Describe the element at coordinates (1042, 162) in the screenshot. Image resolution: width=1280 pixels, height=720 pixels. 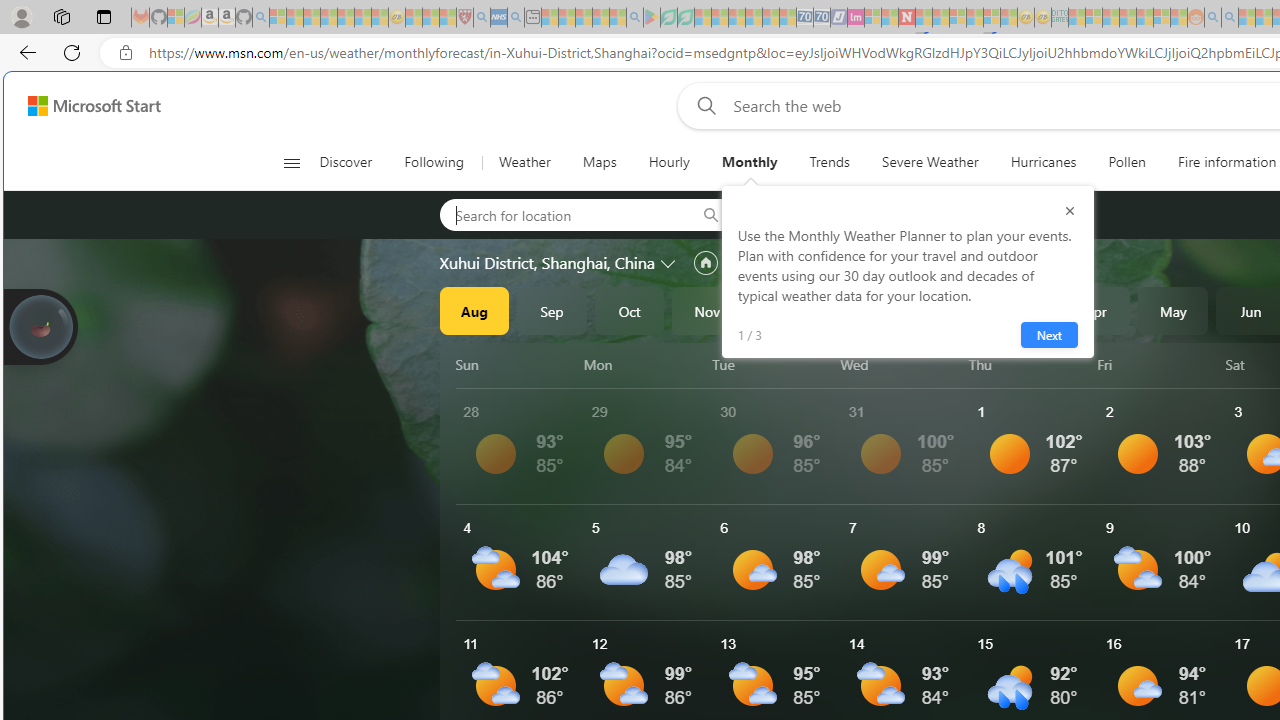
I see `'Hurricanes'` at that location.